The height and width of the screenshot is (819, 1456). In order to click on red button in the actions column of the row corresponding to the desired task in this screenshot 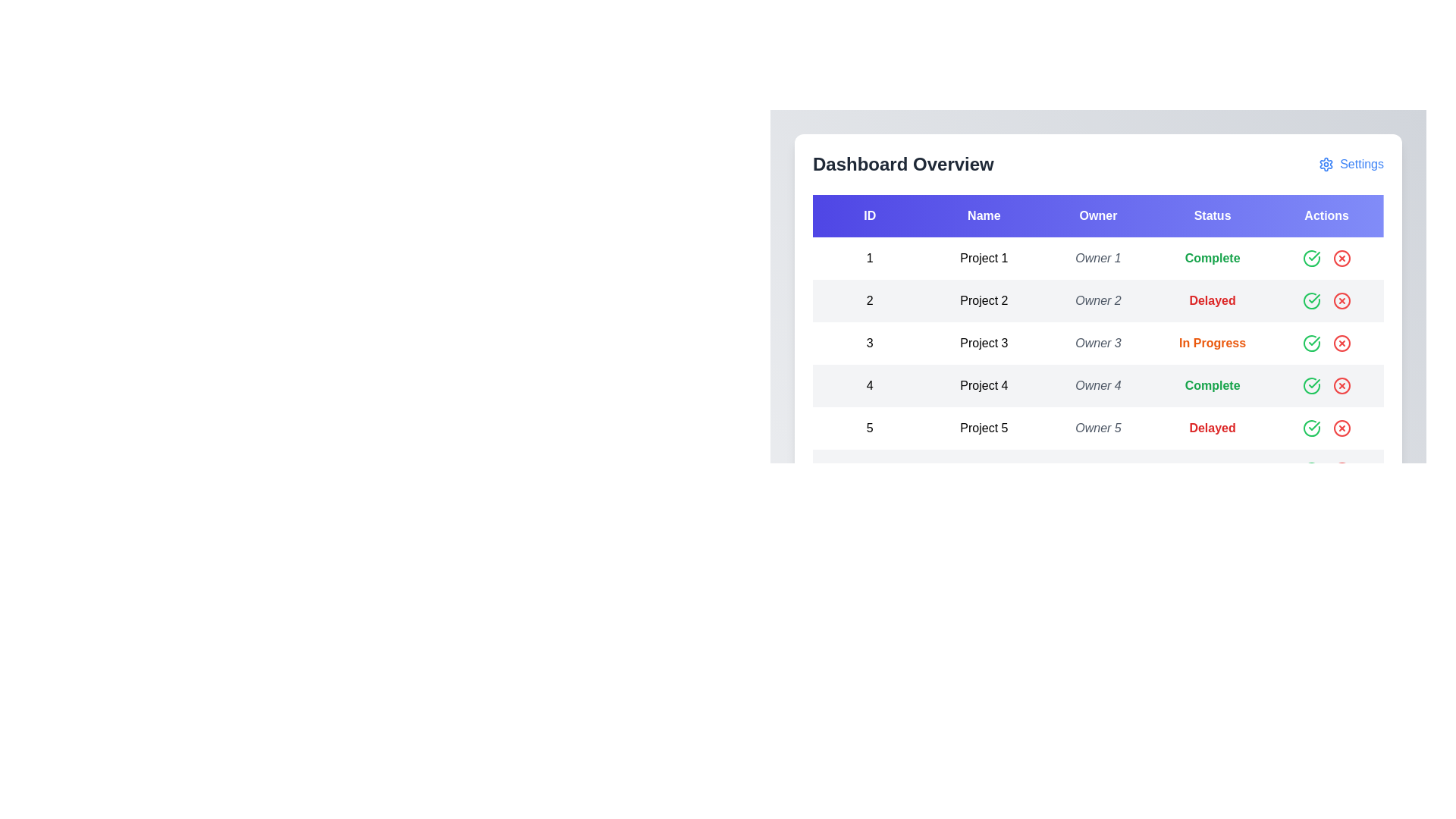, I will do `click(1341, 257)`.